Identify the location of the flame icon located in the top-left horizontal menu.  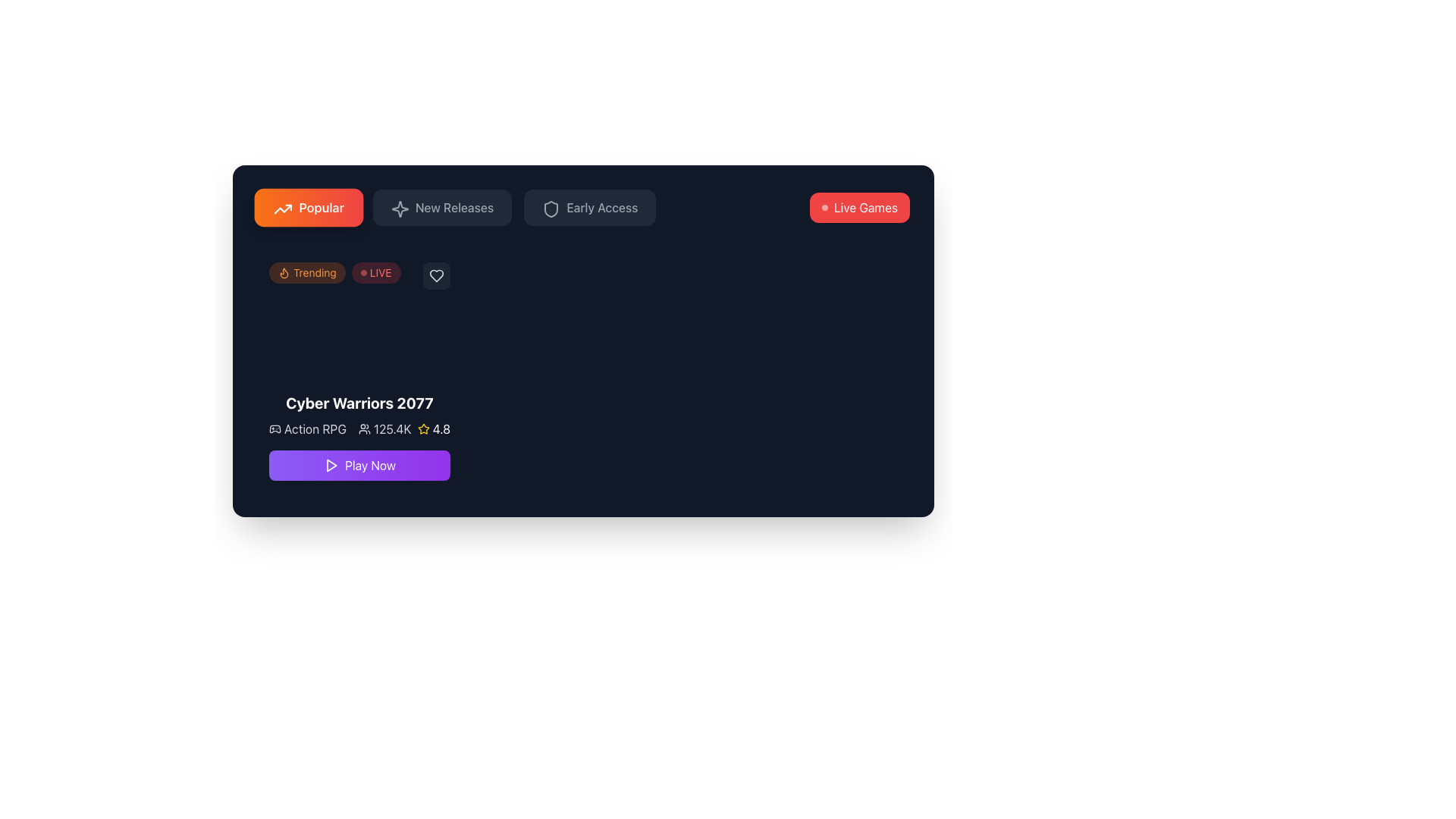
(284, 271).